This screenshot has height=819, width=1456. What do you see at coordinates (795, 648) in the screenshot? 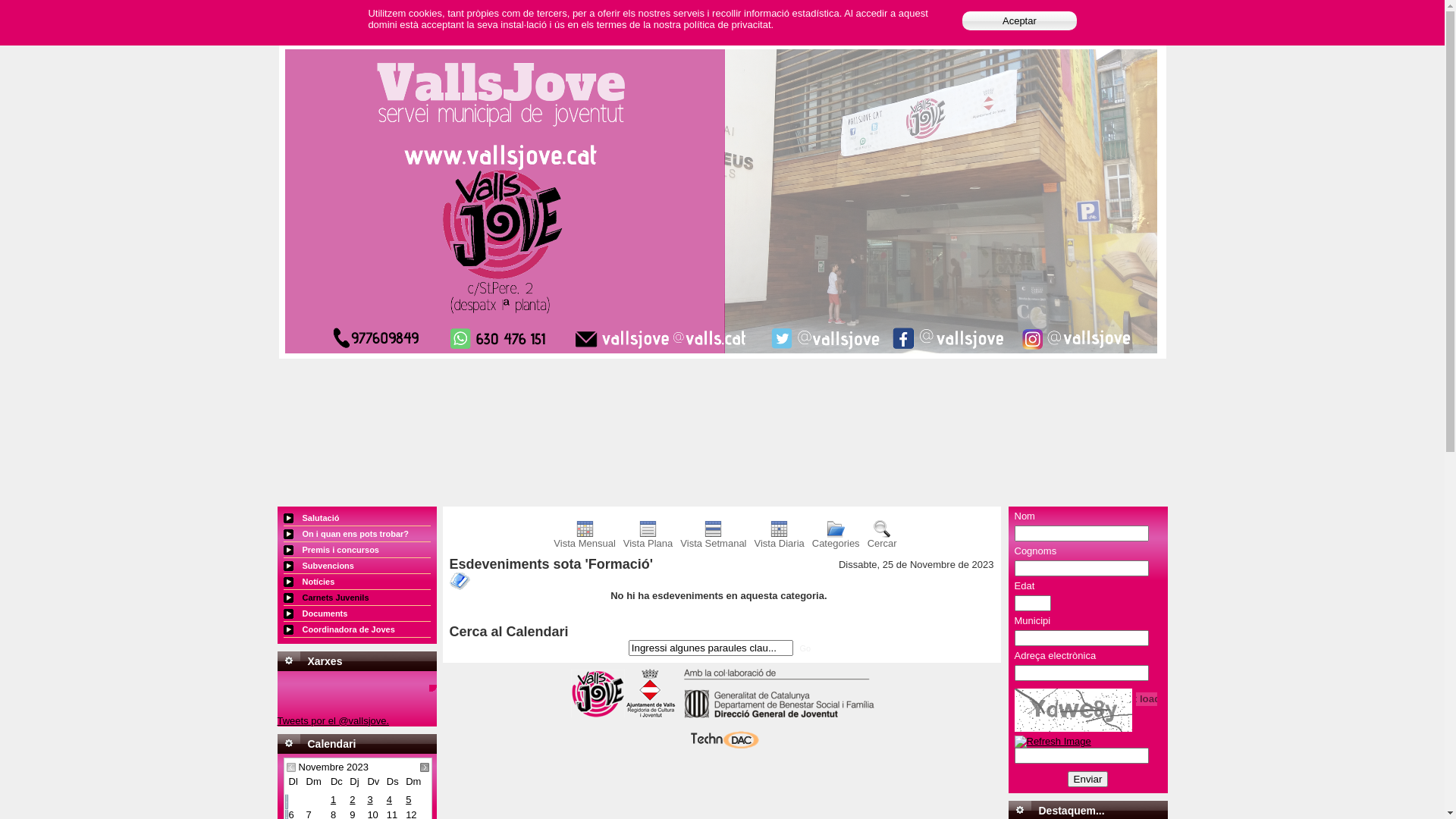
I see `'Go'` at bounding box center [795, 648].